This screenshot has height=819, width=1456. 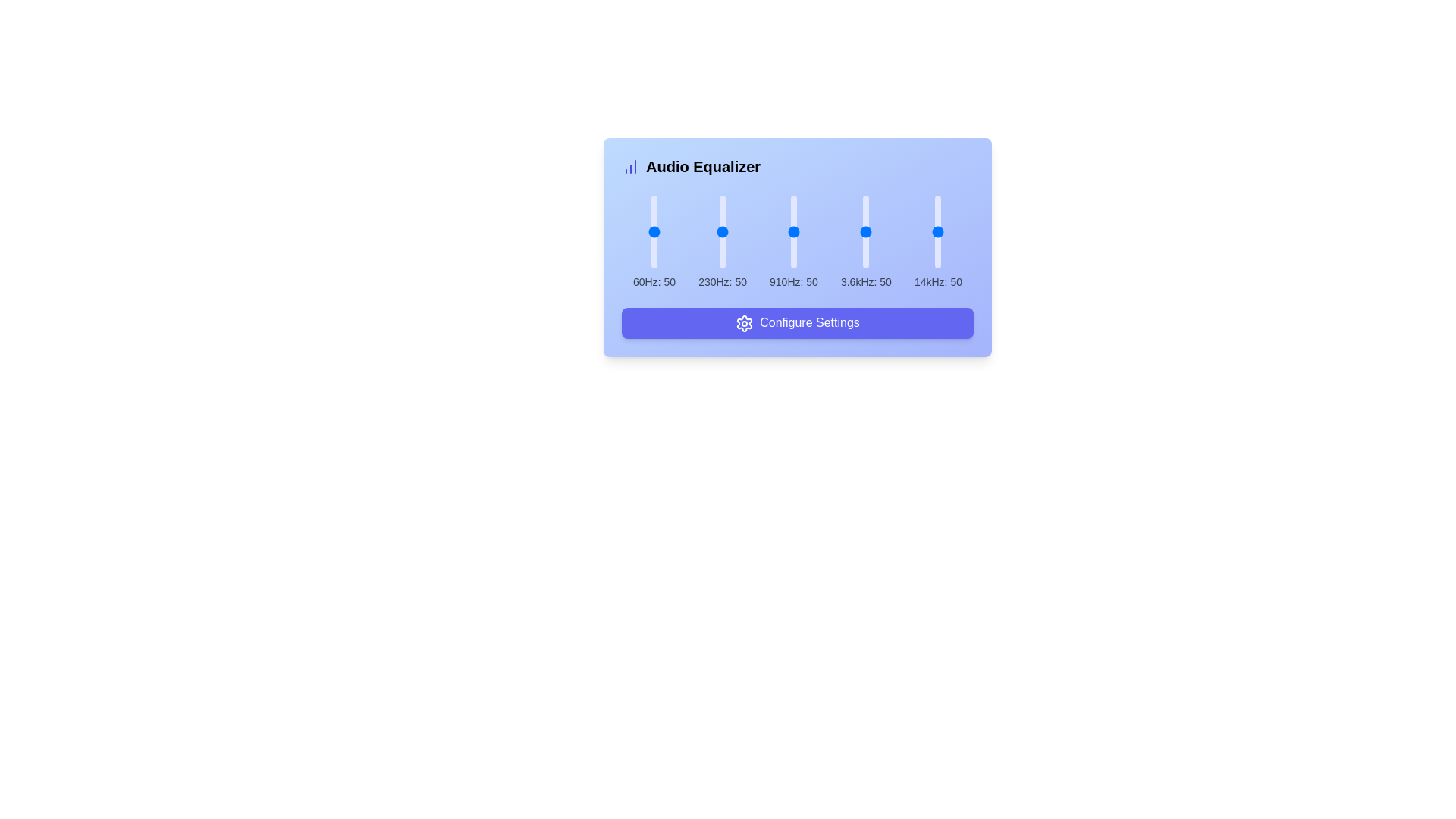 What do you see at coordinates (866, 217) in the screenshot?
I see `the 3.6kHz slider` at bounding box center [866, 217].